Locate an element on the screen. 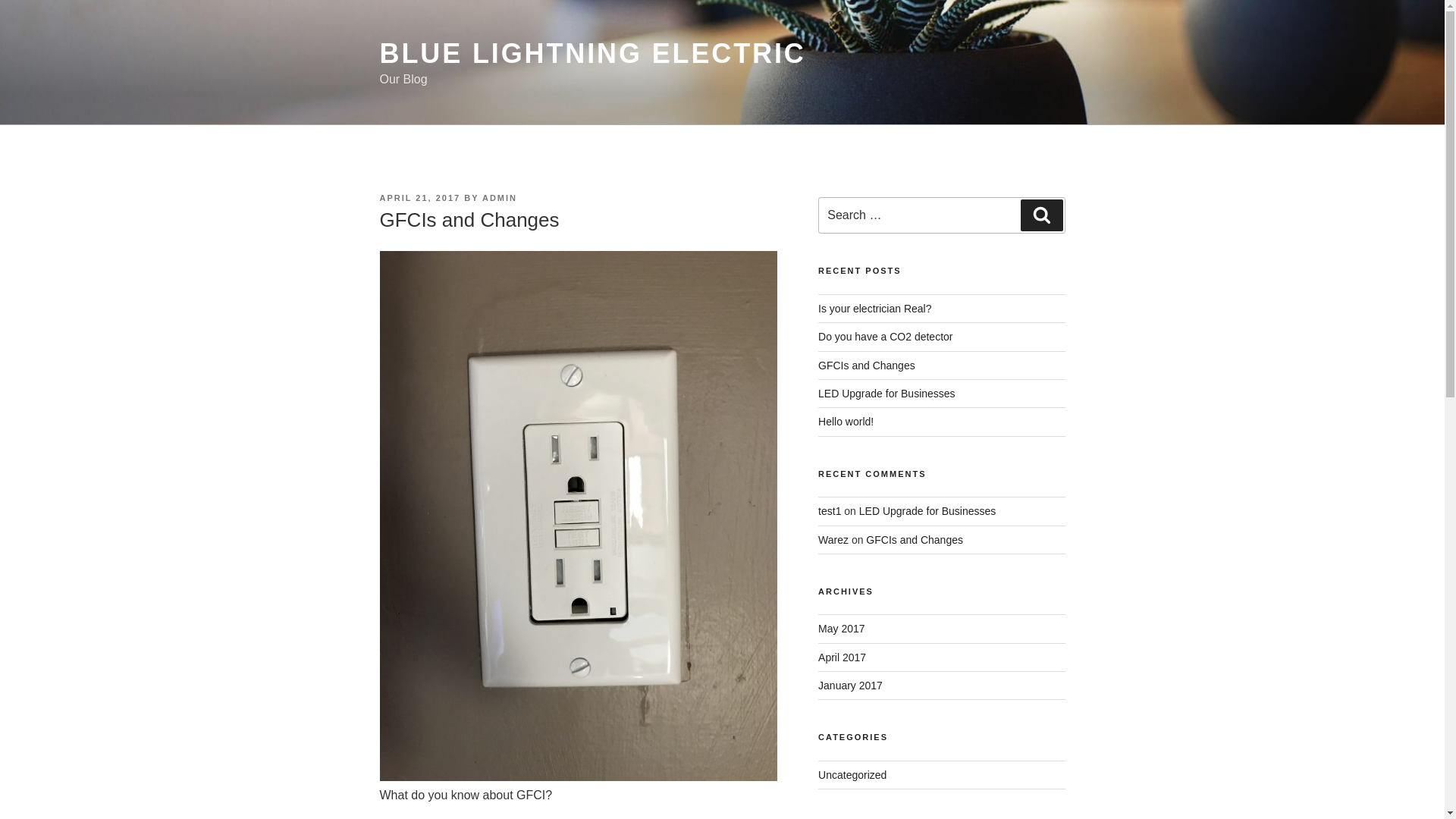 This screenshot has width=1456, height=819. 'January 2017' is located at coordinates (817, 685).